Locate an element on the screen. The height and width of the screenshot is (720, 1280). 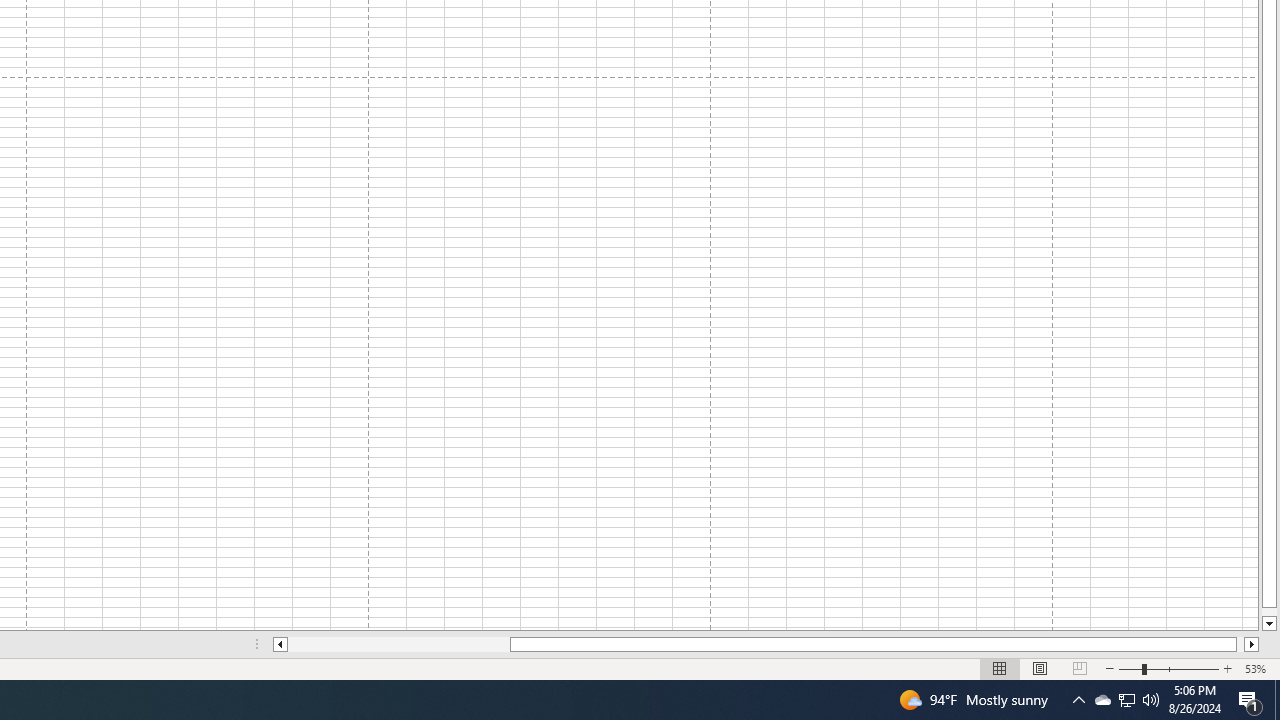
'Page right' is located at coordinates (1239, 644).